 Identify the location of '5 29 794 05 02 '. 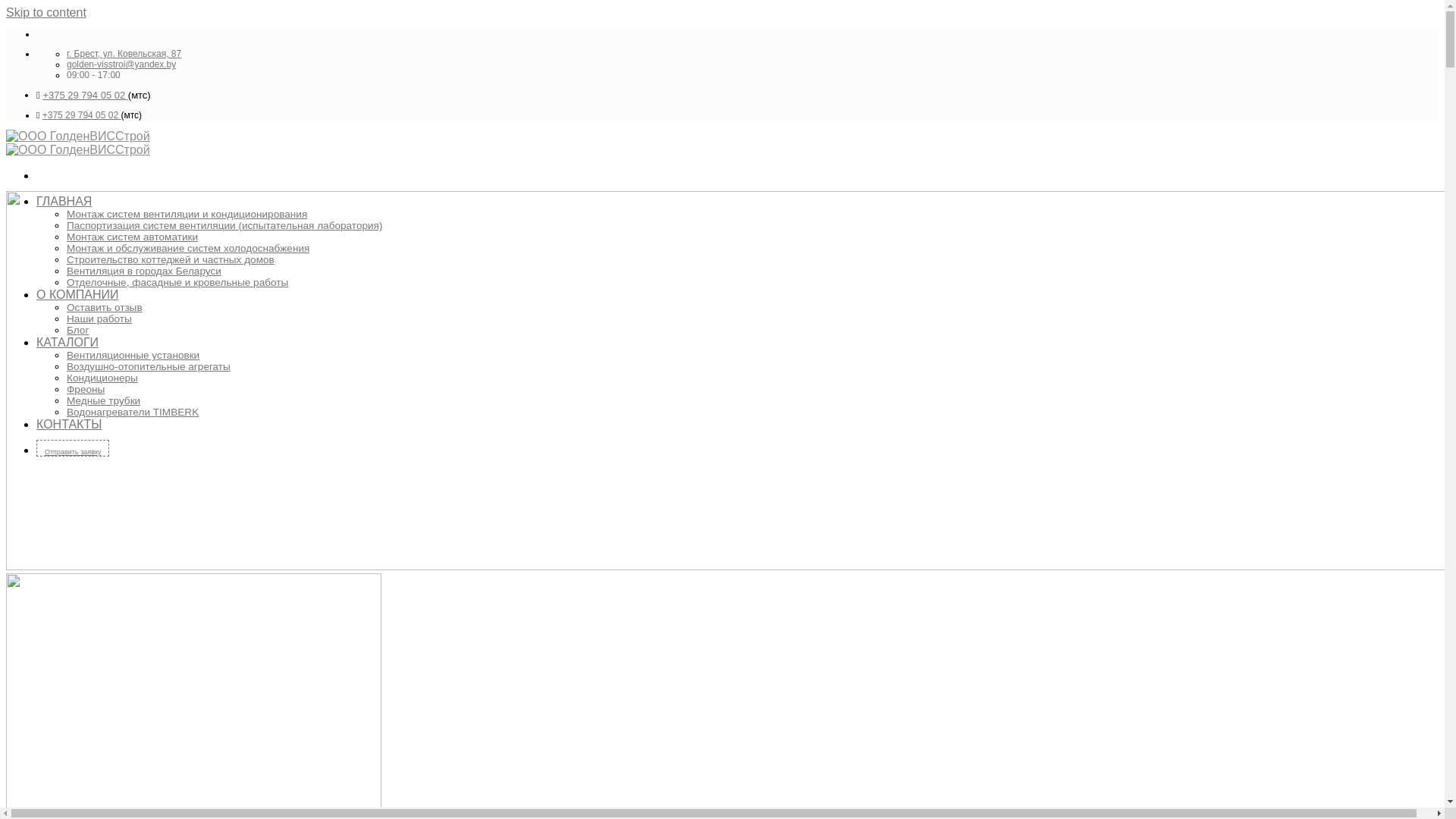
(88, 114).